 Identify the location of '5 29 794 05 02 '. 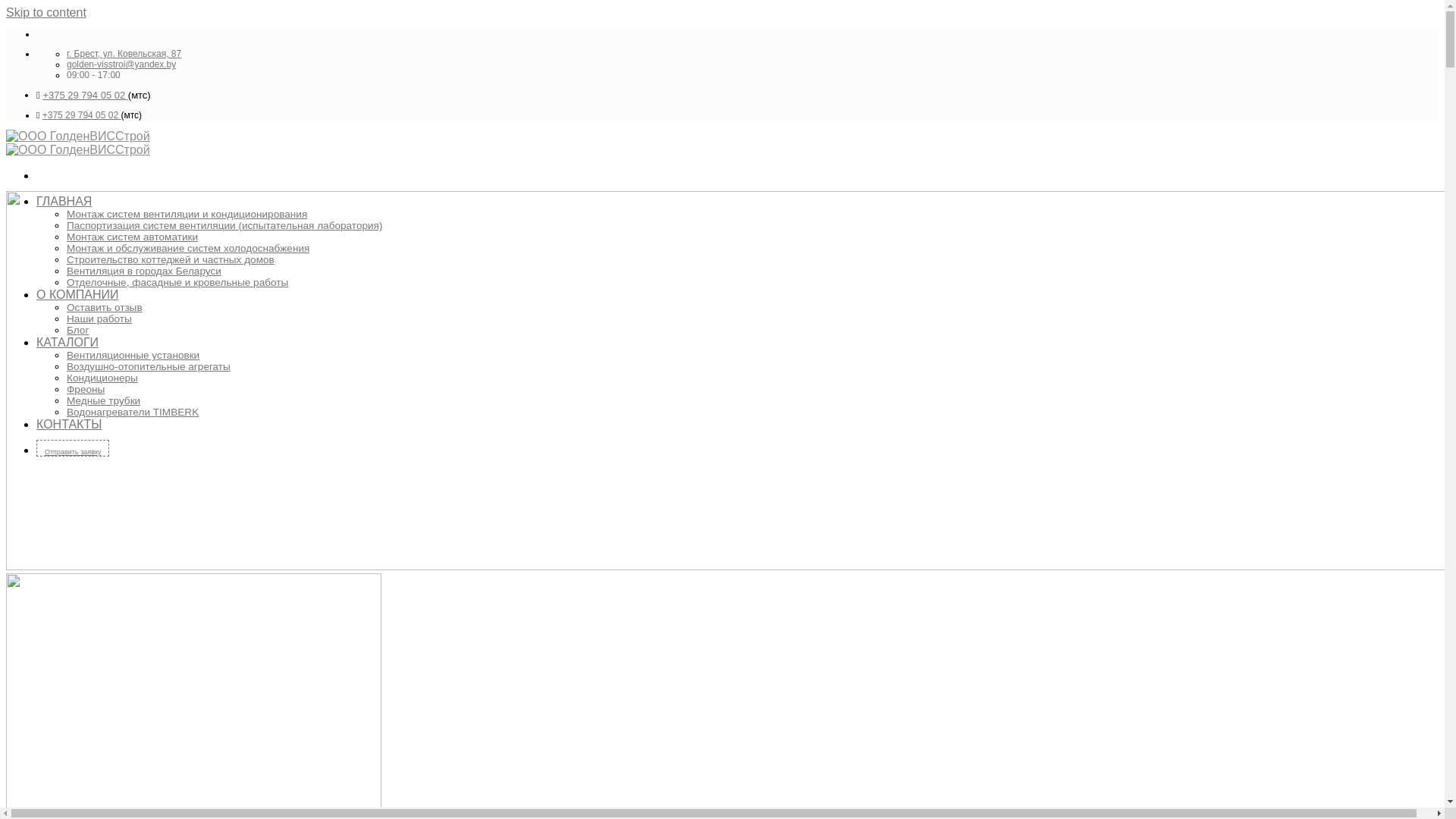
(88, 114).